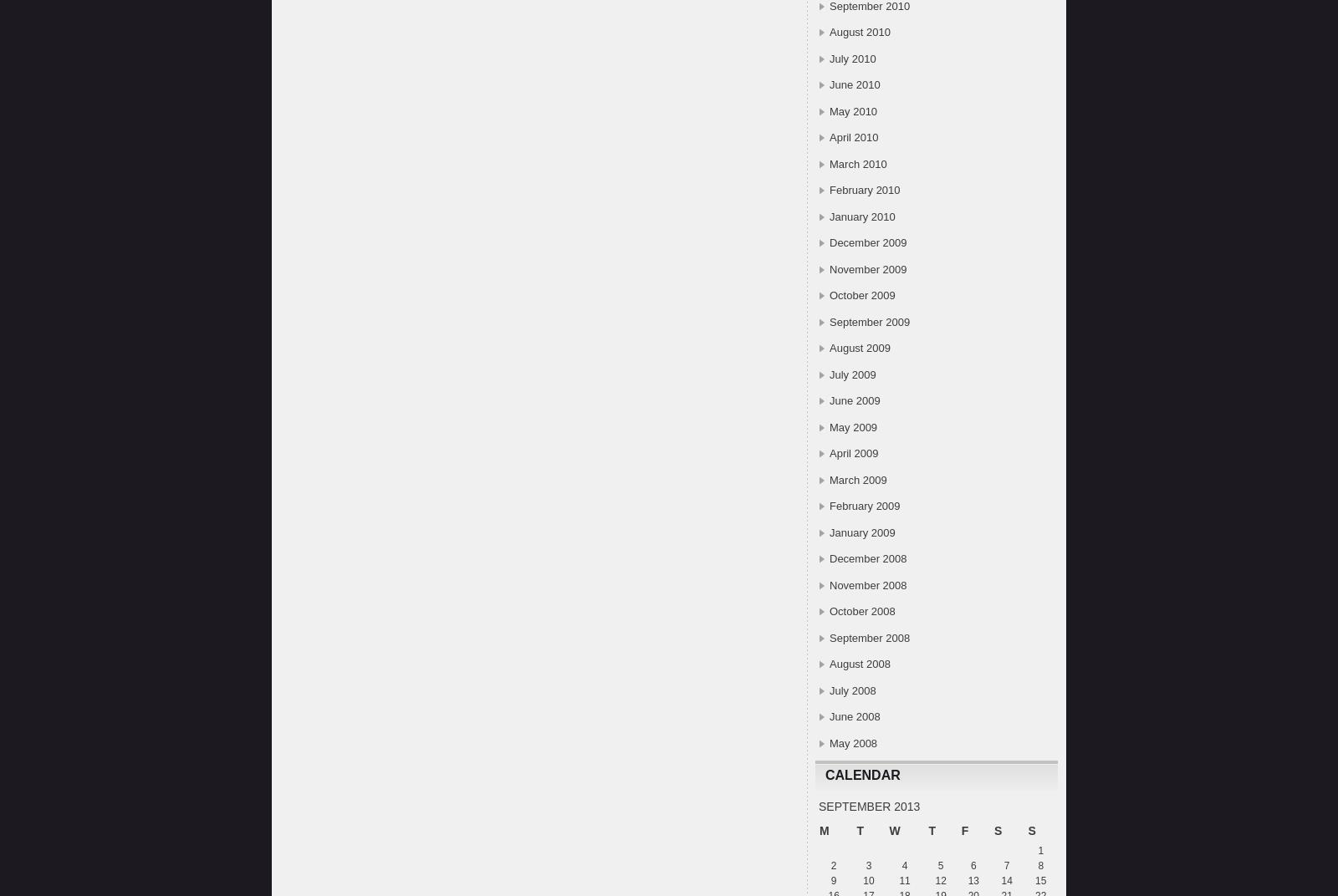  I want to click on 'June 2009', so click(829, 400).